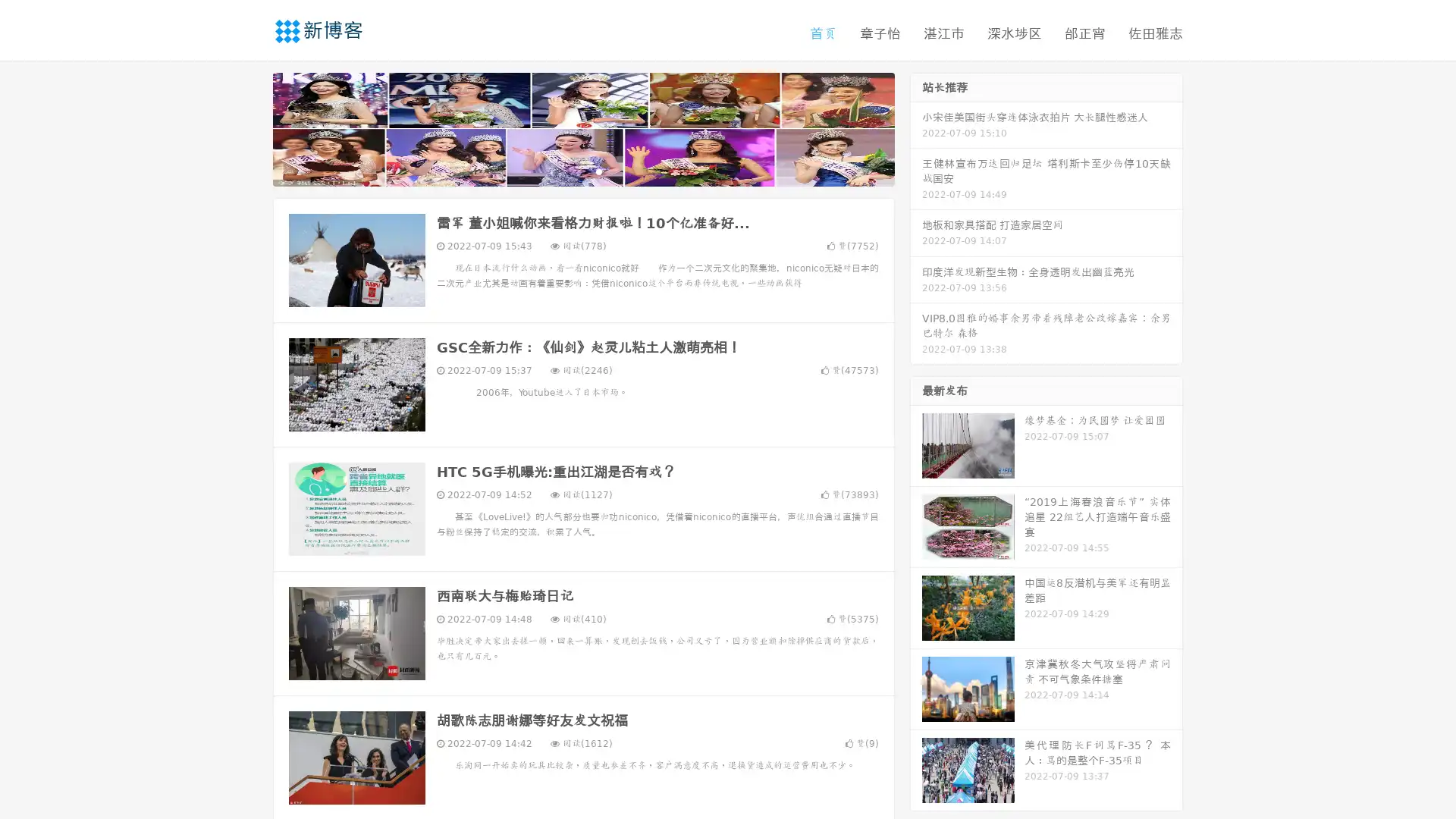 The width and height of the screenshot is (1456, 819). I want to click on Go to slide 2, so click(582, 171).